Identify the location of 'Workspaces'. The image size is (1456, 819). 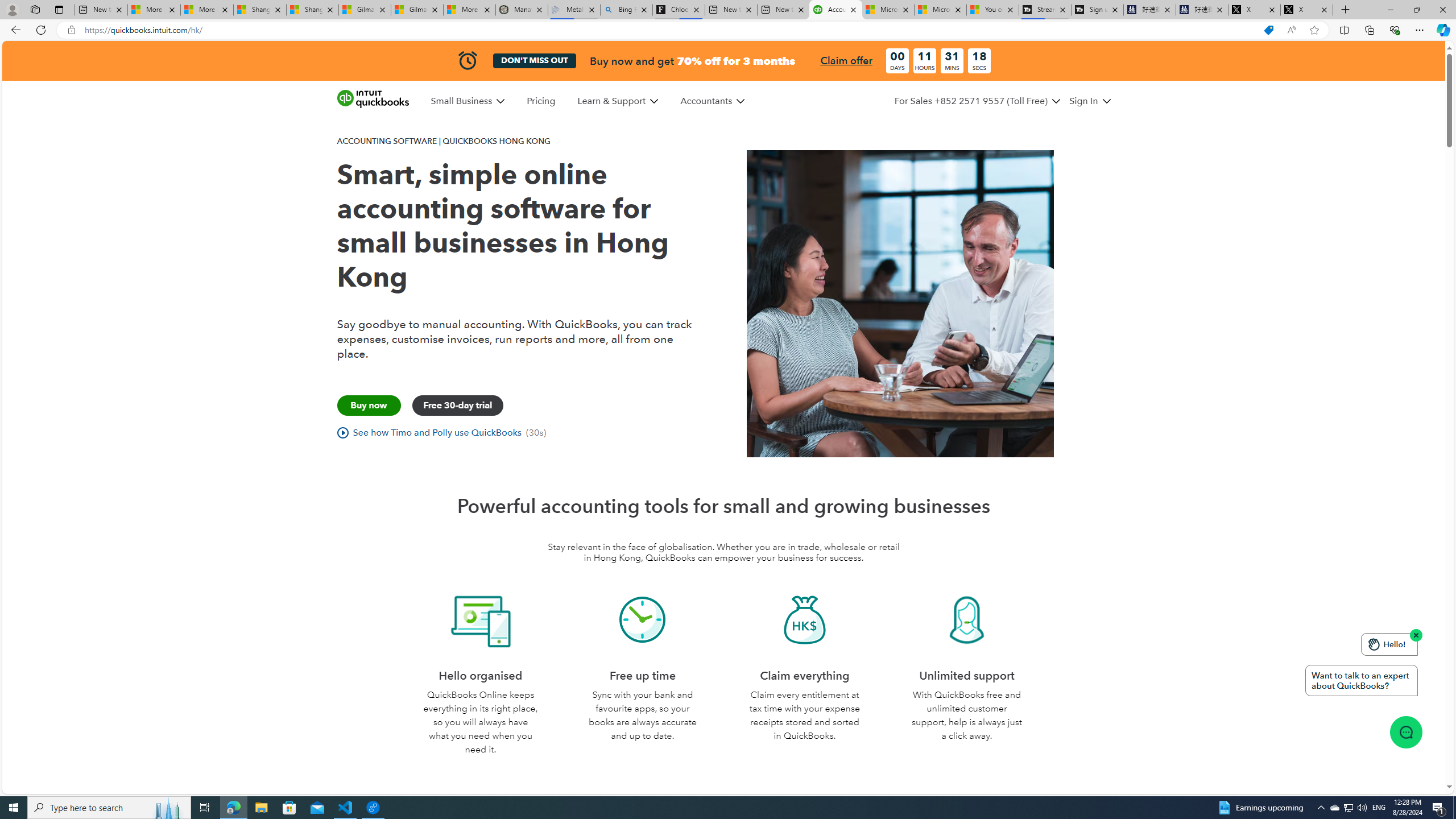
(35, 9).